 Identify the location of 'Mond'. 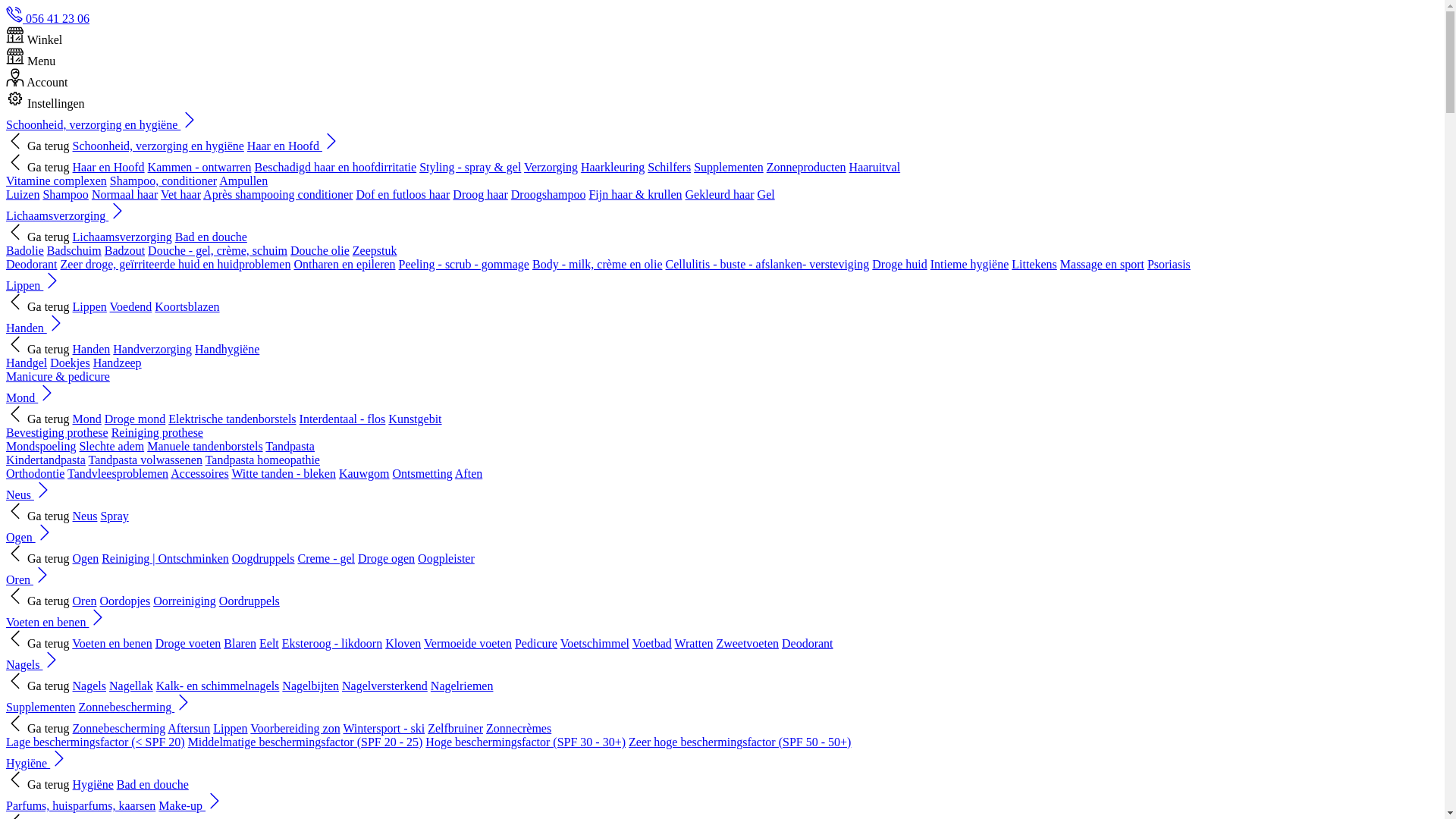
(31, 397).